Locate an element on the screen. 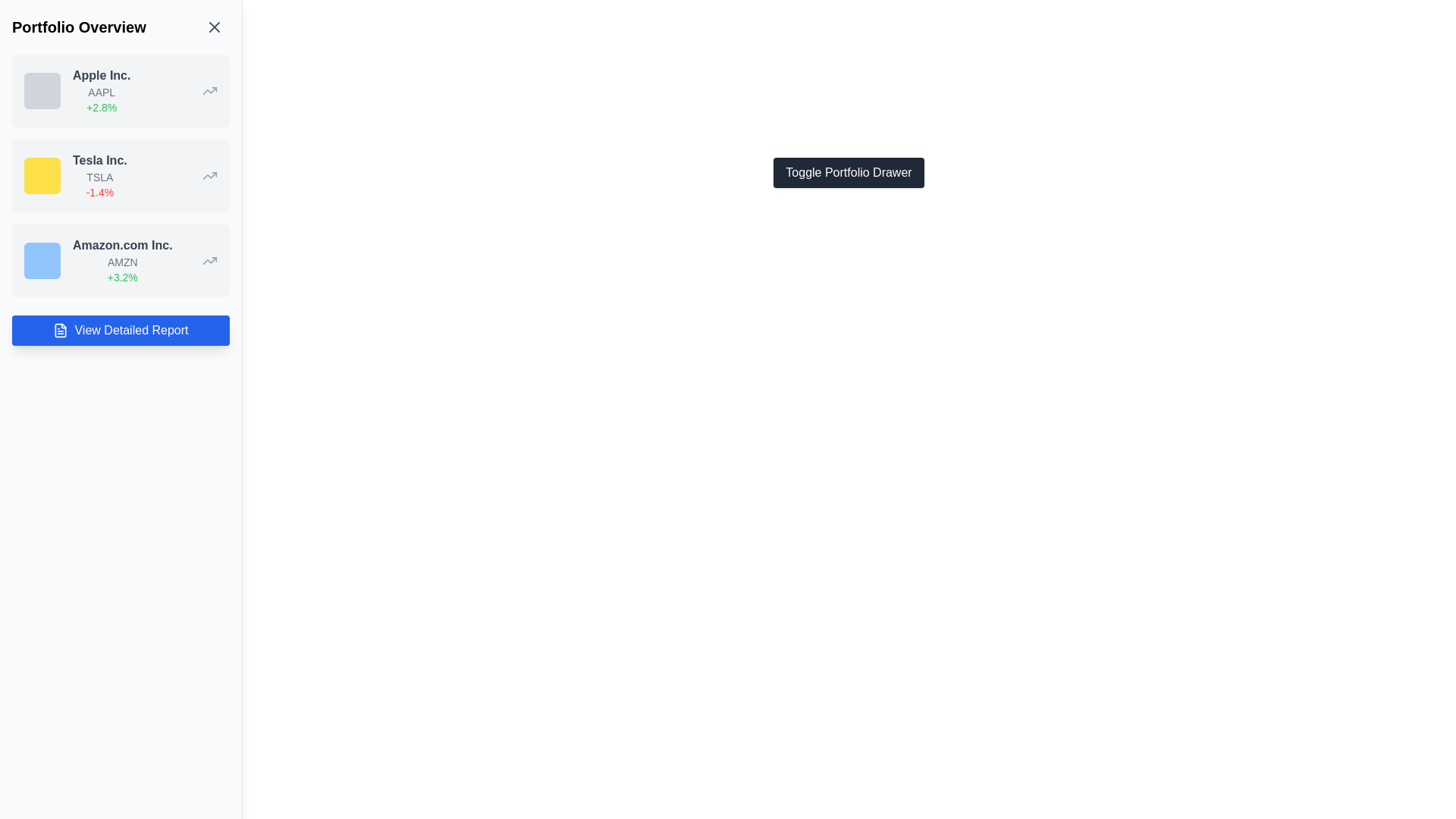 Image resolution: width=1456 pixels, height=819 pixels. the circular close button with a gray '×' icon located in the top-right corner of the 'Portfolio Overview' header section is located at coordinates (214, 27).